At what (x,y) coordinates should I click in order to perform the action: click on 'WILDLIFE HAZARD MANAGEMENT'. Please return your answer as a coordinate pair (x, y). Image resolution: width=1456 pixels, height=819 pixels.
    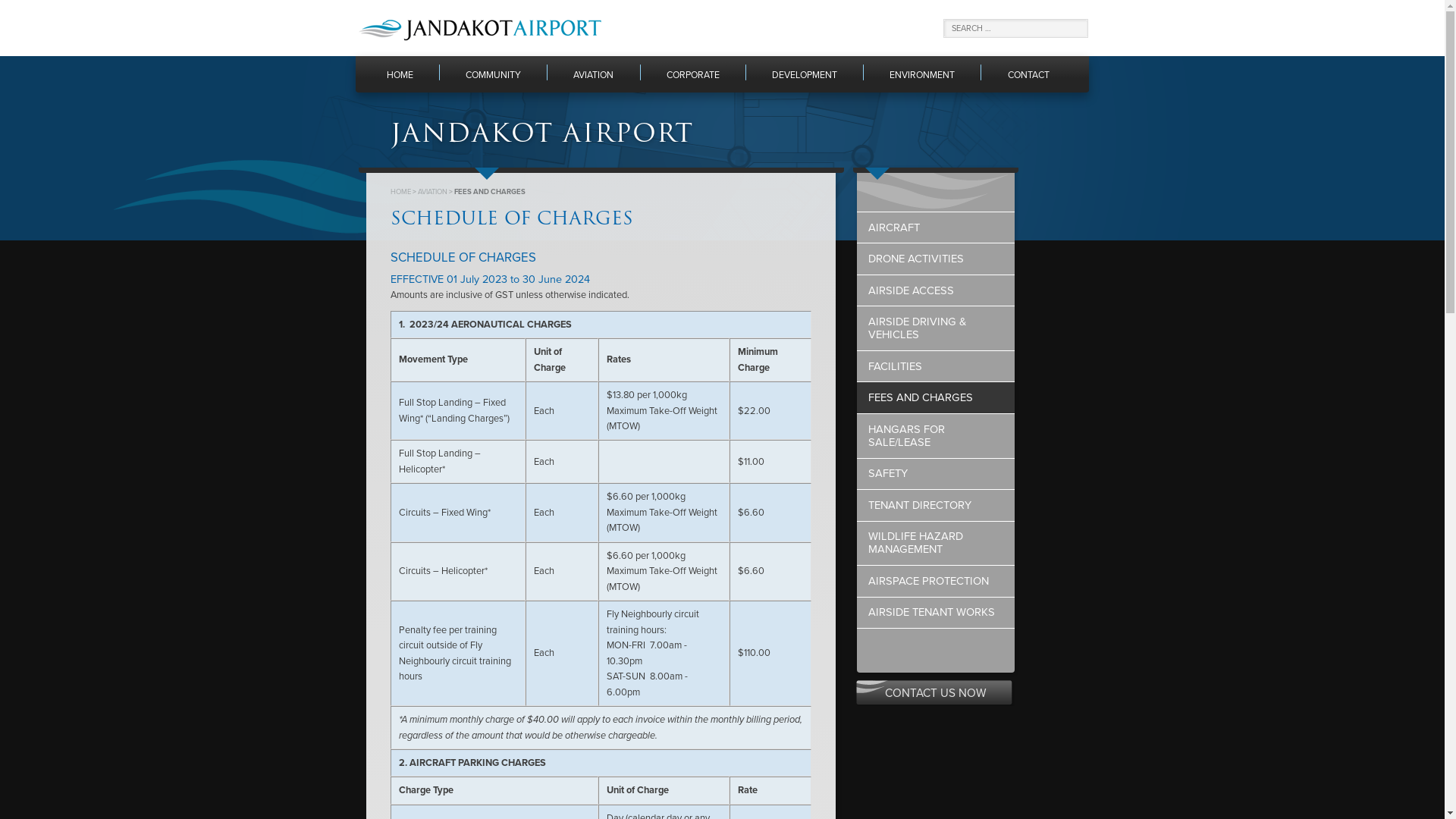
    Looking at the image, I should click on (934, 543).